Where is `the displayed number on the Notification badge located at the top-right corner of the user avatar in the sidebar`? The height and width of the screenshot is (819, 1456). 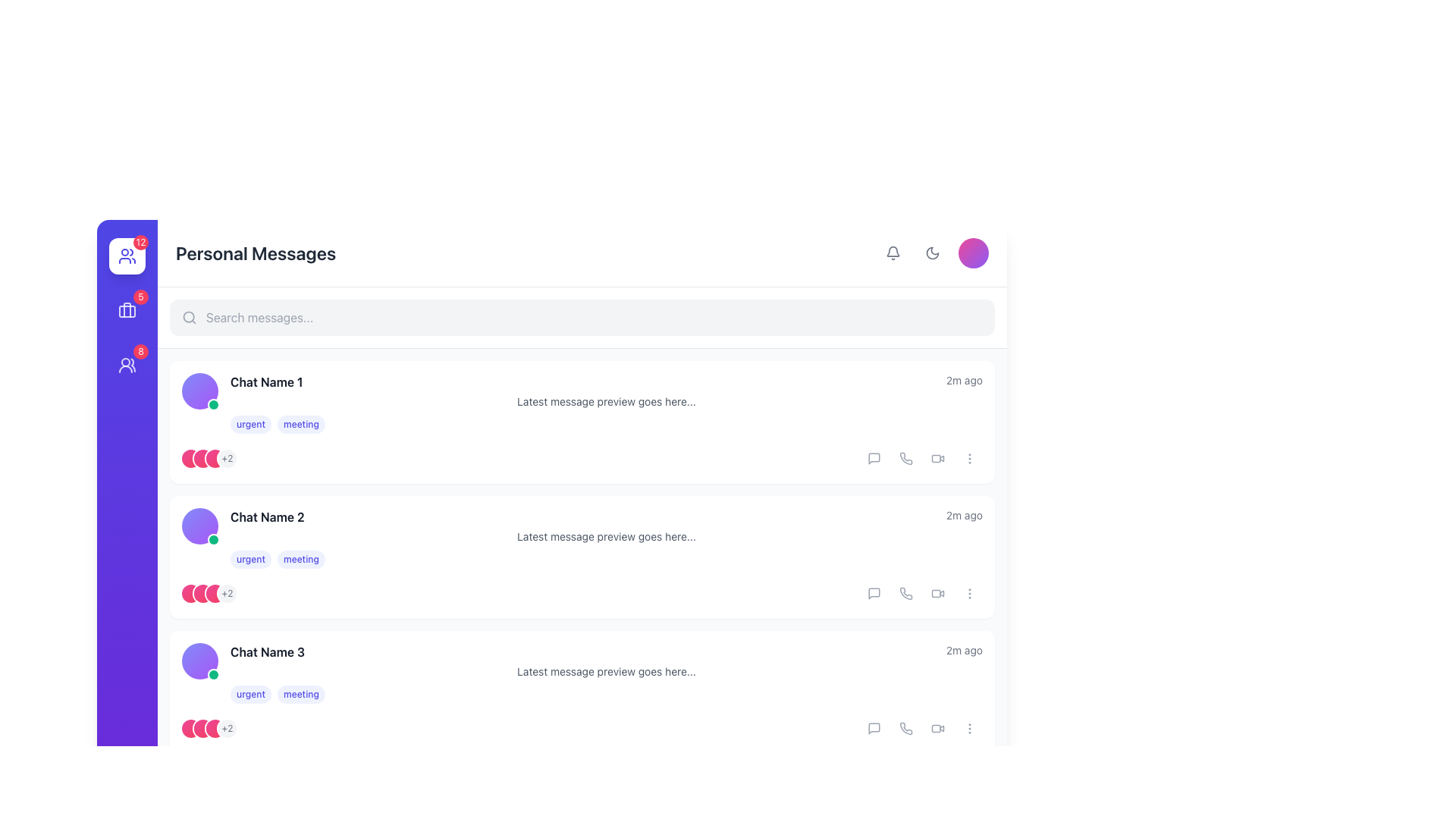 the displayed number on the Notification badge located at the top-right corner of the user avatar in the sidebar is located at coordinates (141, 242).